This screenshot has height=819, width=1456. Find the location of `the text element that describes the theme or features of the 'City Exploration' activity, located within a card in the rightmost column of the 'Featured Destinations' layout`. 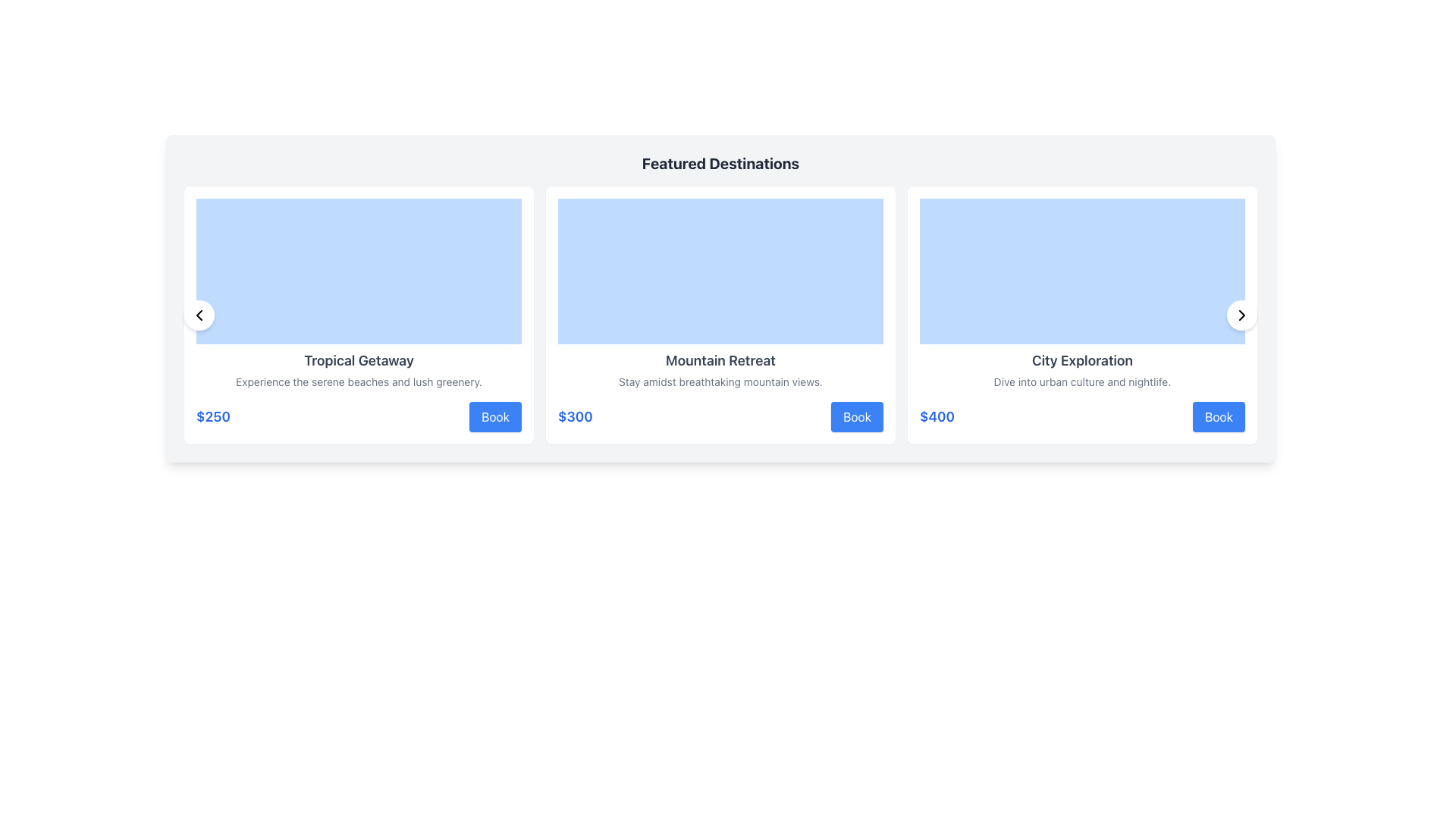

the text element that describes the theme or features of the 'City Exploration' activity, located within a card in the rightmost column of the 'Featured Destinations' layout is located at coordinates (1081, 381).